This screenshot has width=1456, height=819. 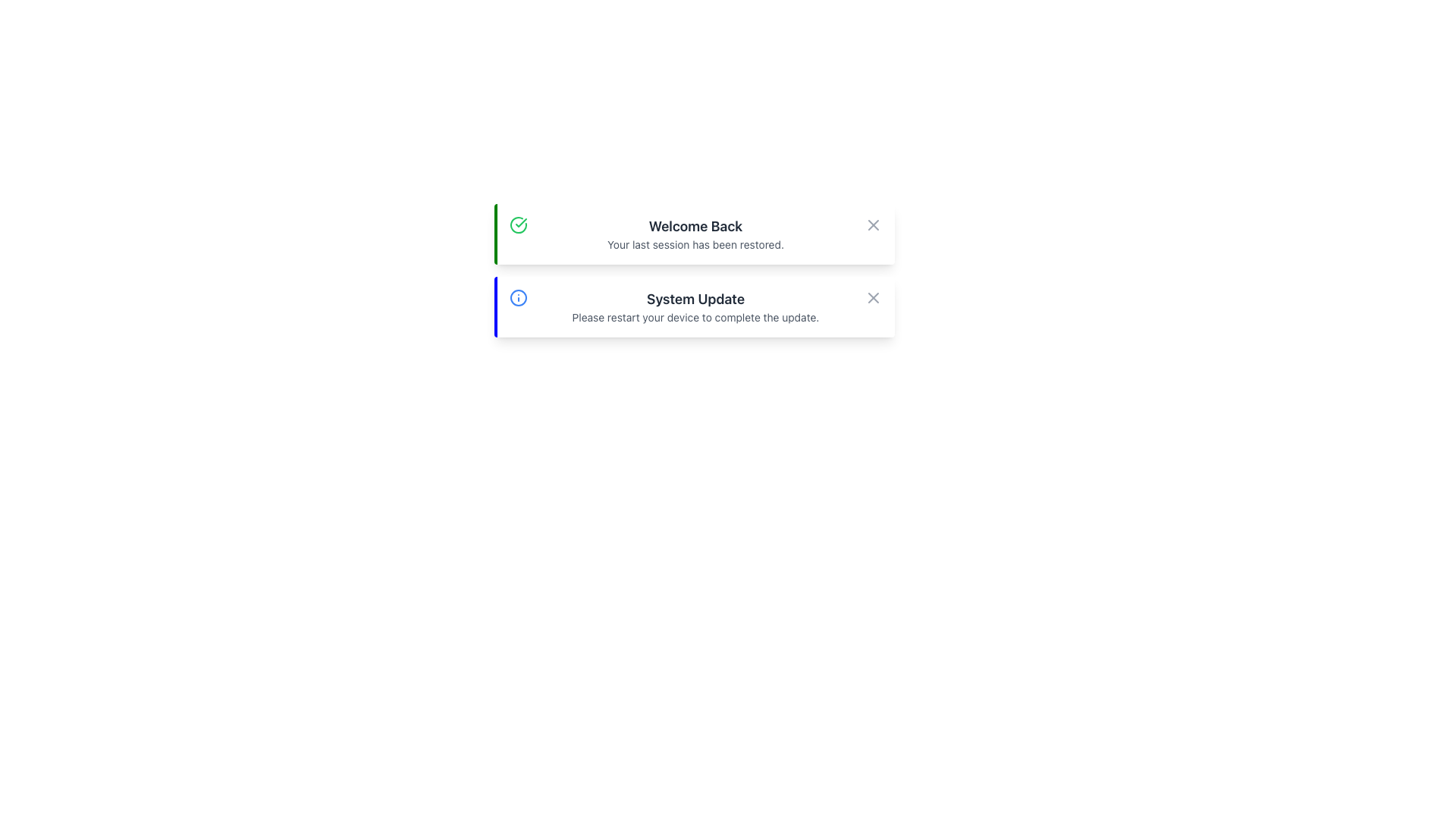 What do you see at coordinates (695, 317) in the screenshot?
I see `informational text displayed in light gray, located below the bold heading 'System Update'` at bounding box center [695, 317].